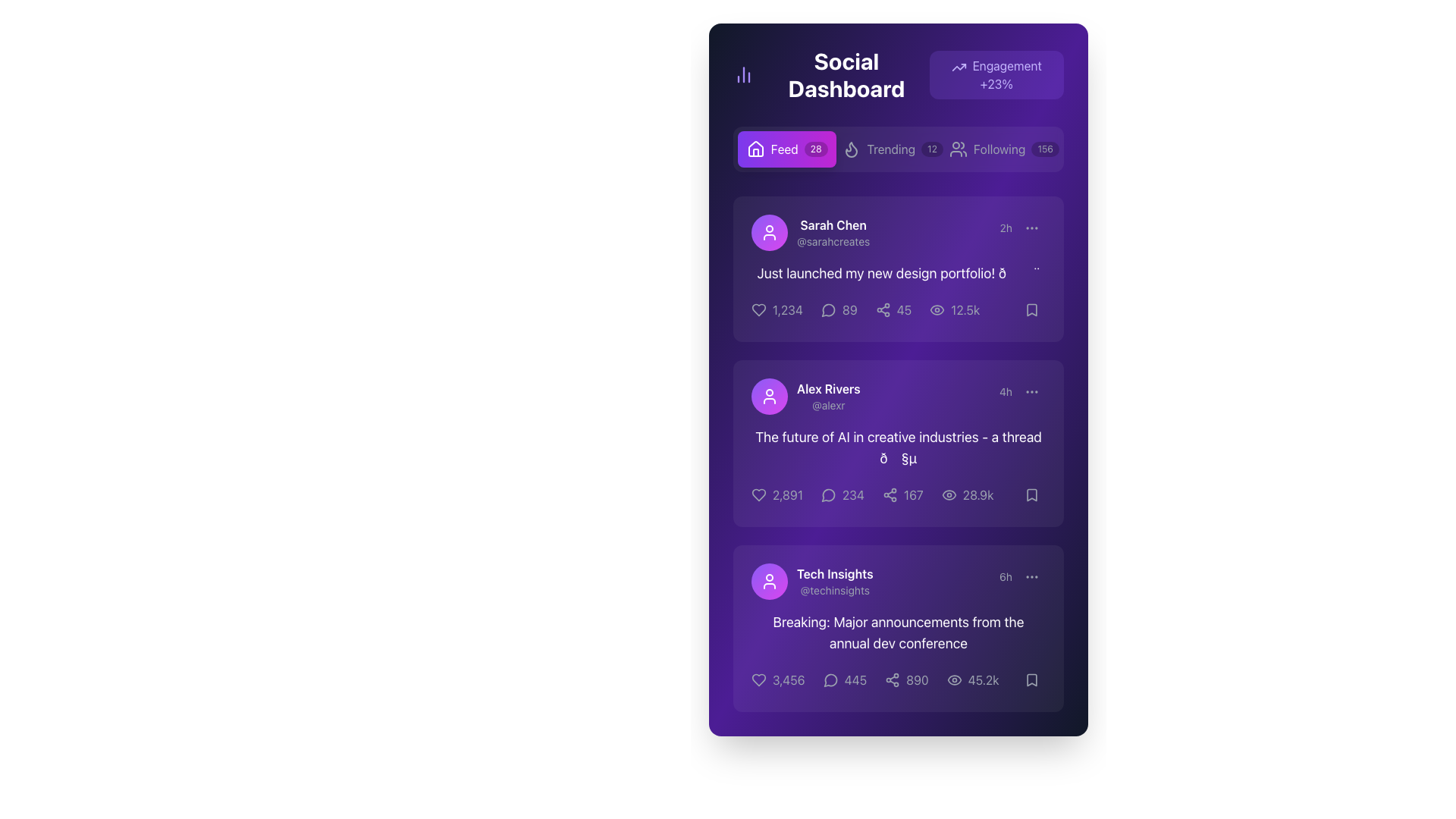 This screenshot has width=1456, height=819. I want to click on the save button located at the bottom-right corner of the card in the second row of the feed, so click(1031, 494).